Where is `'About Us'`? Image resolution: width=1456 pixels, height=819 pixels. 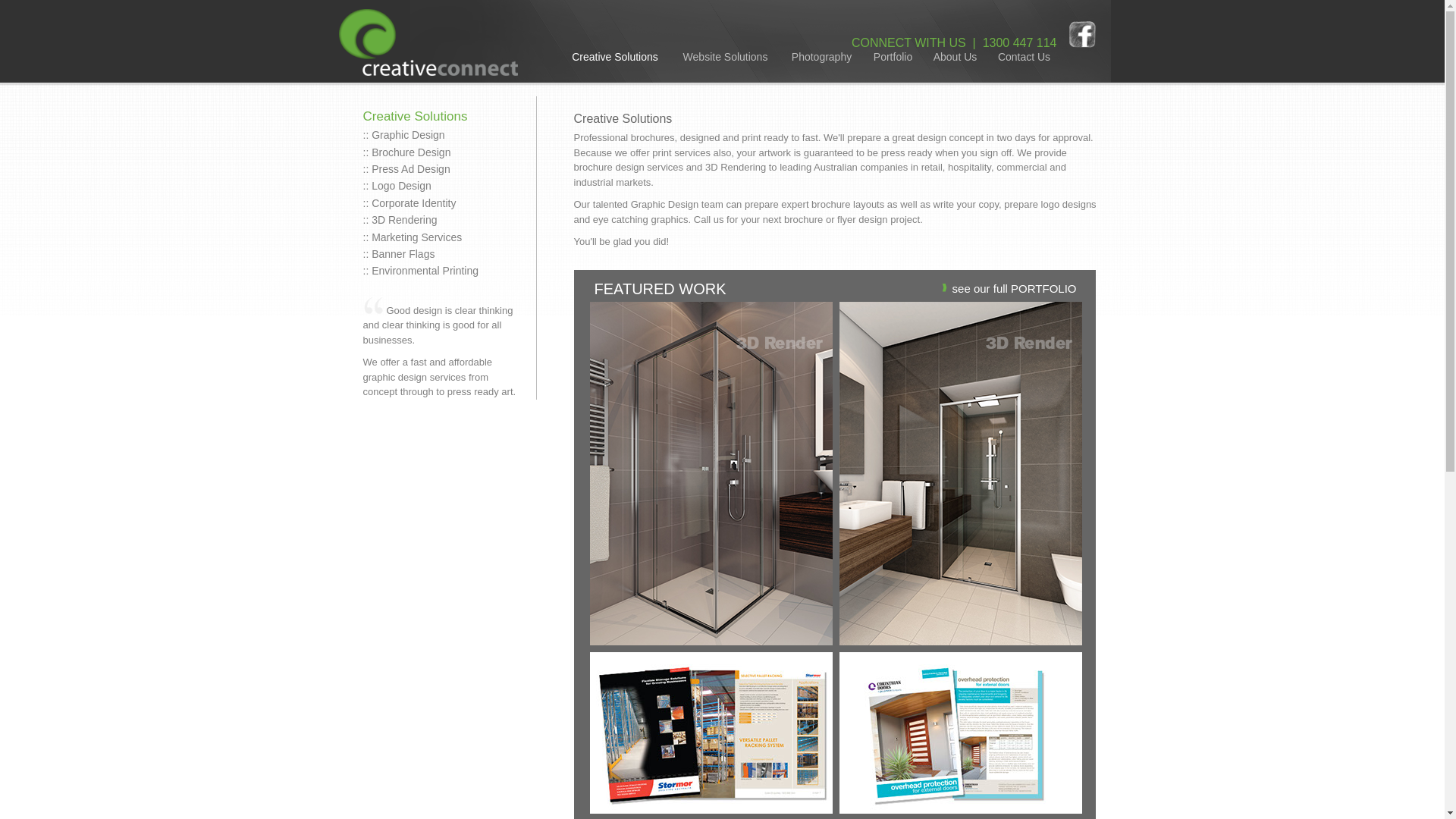
'About Us' is located at coordinates (954, 57).